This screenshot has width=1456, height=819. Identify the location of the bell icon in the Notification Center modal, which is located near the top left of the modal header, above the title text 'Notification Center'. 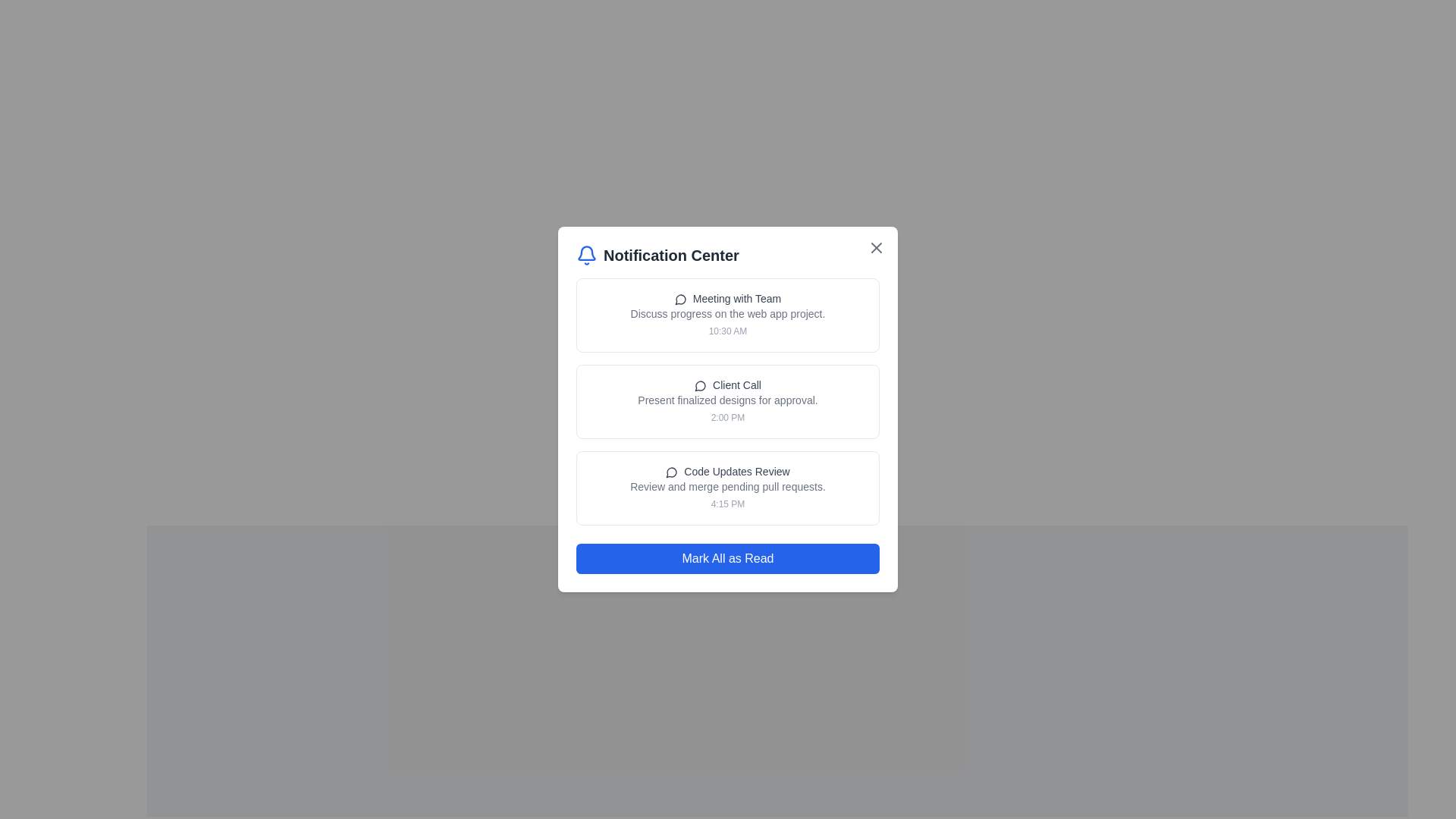
(585, 253).